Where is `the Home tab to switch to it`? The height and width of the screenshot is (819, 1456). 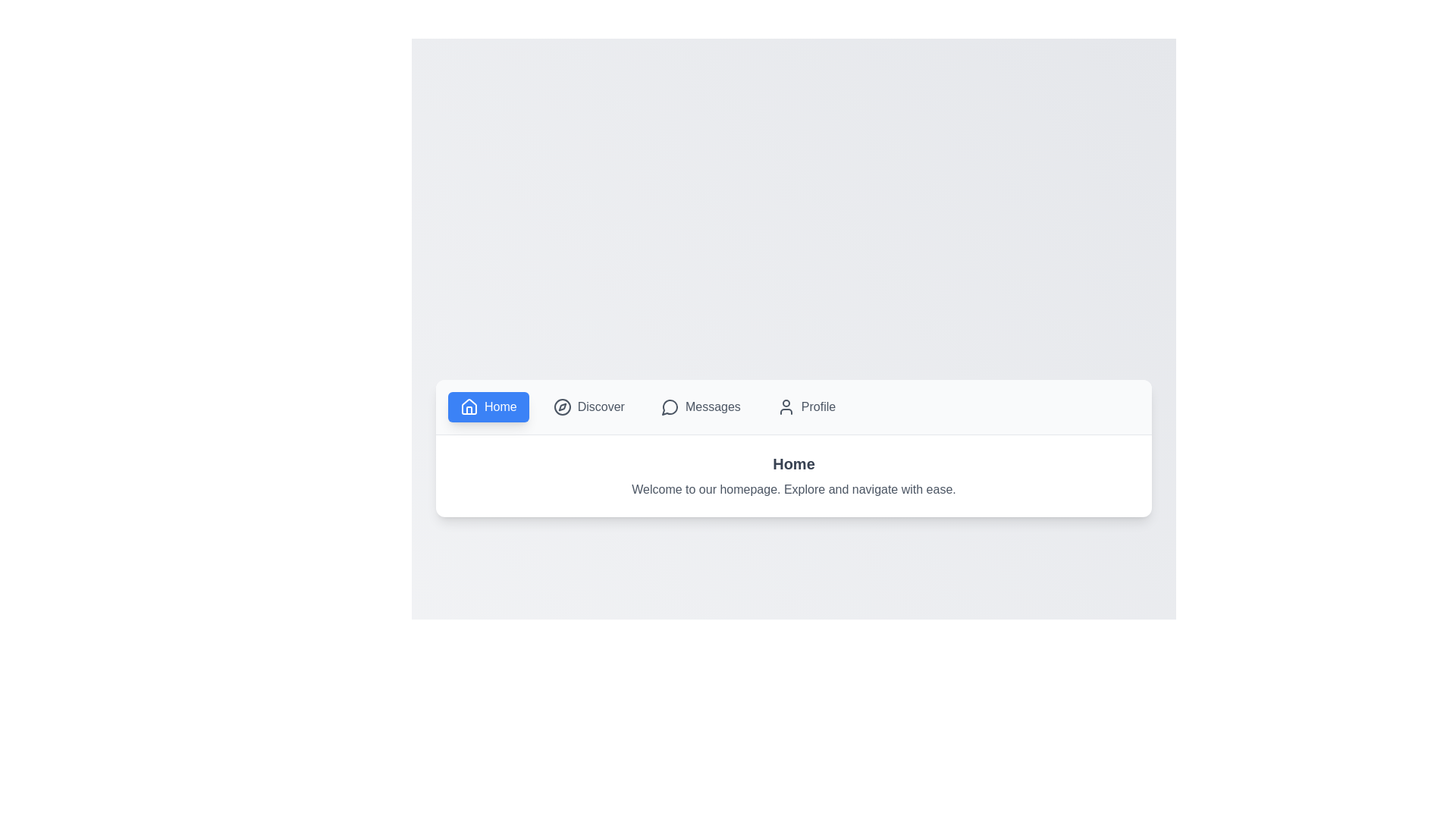
the Home tab to switch to it is located at coordinates (488, 406).